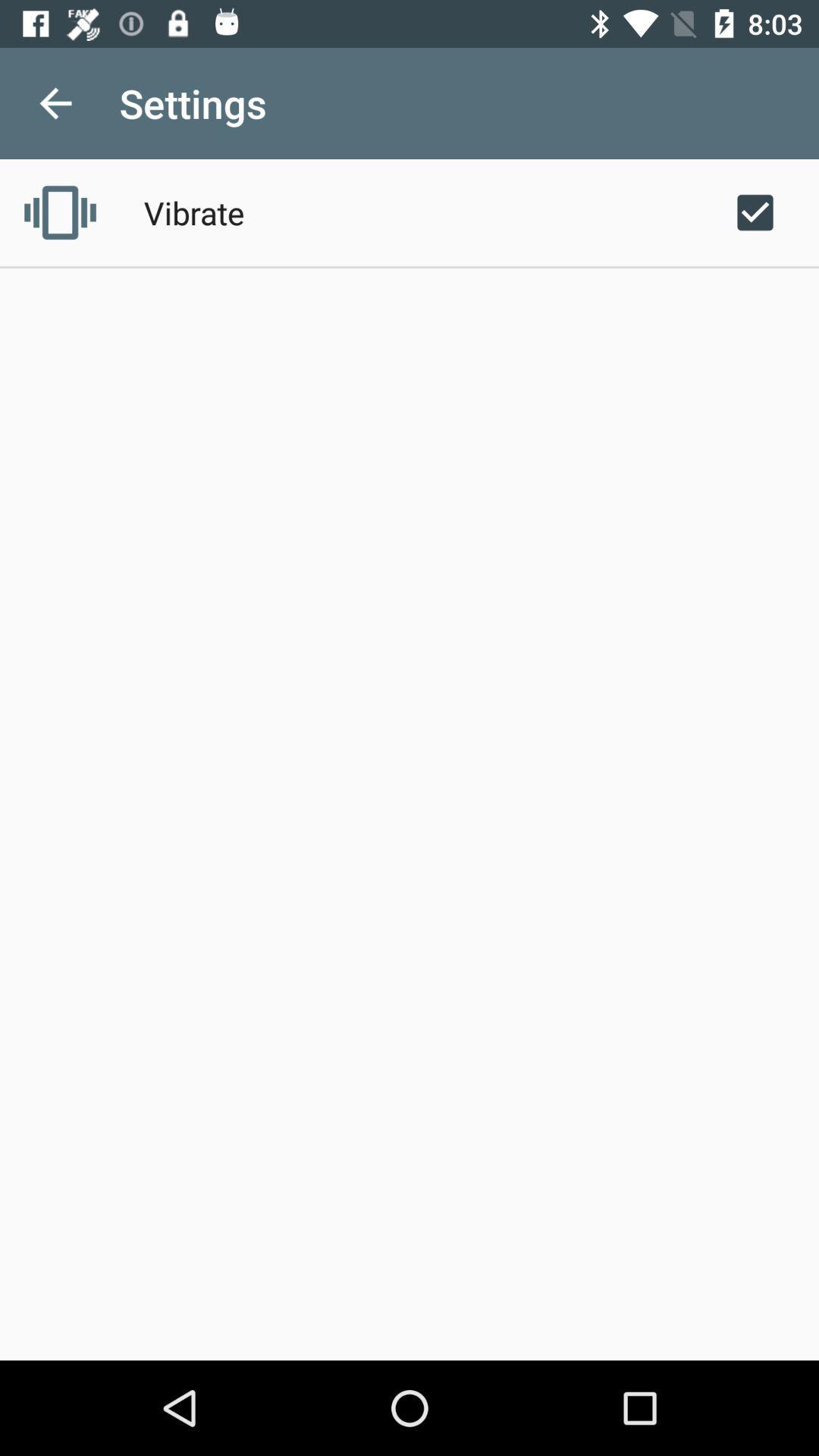 The image size is (819, 1456). What do you see at coordinates (193, 212) in the screenshot?
I see `icon below the settings app` at bounding box center [193, 212].